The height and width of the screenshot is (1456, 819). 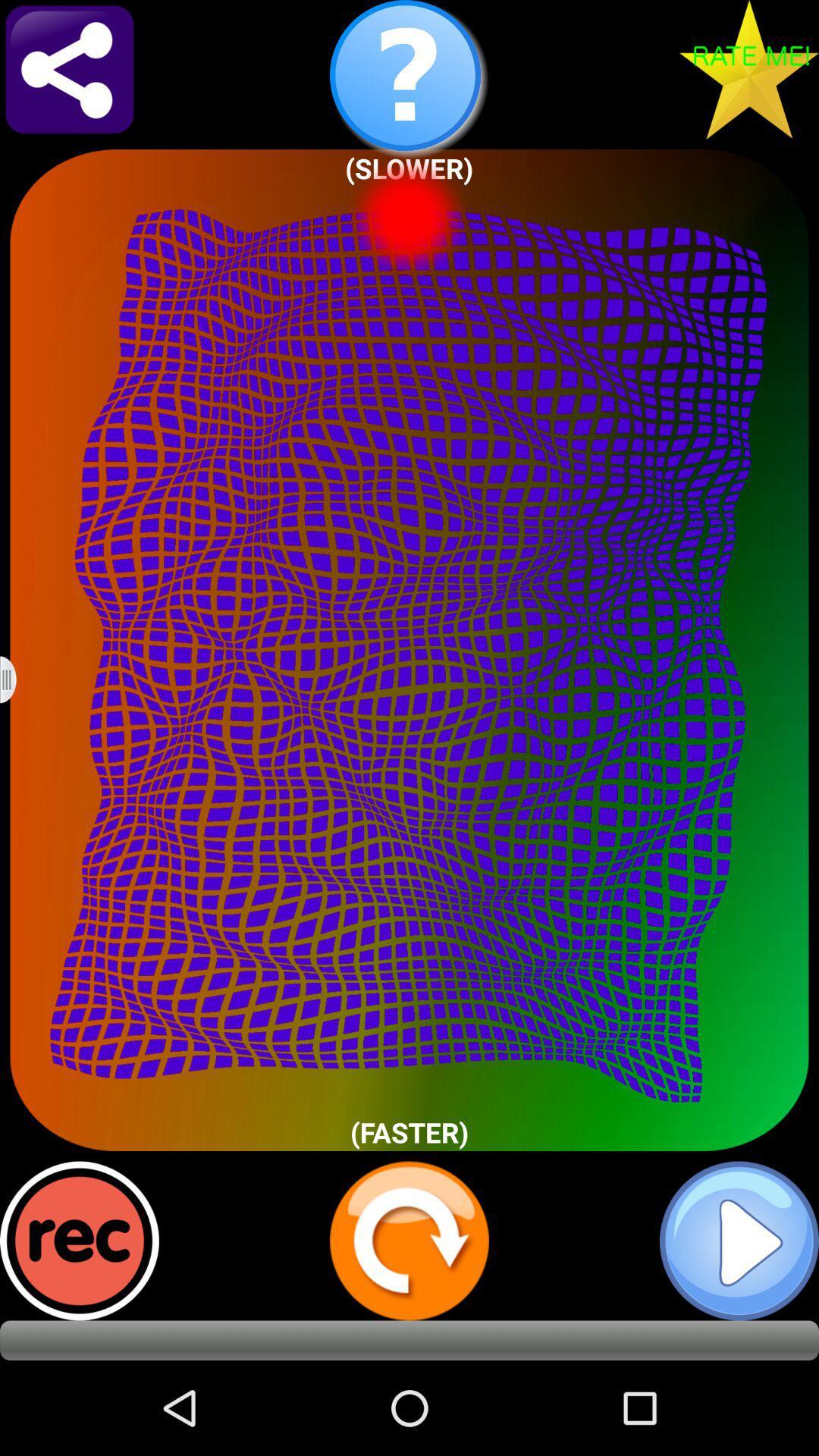 I want to click on record sound, so click(x=79, y=1241).